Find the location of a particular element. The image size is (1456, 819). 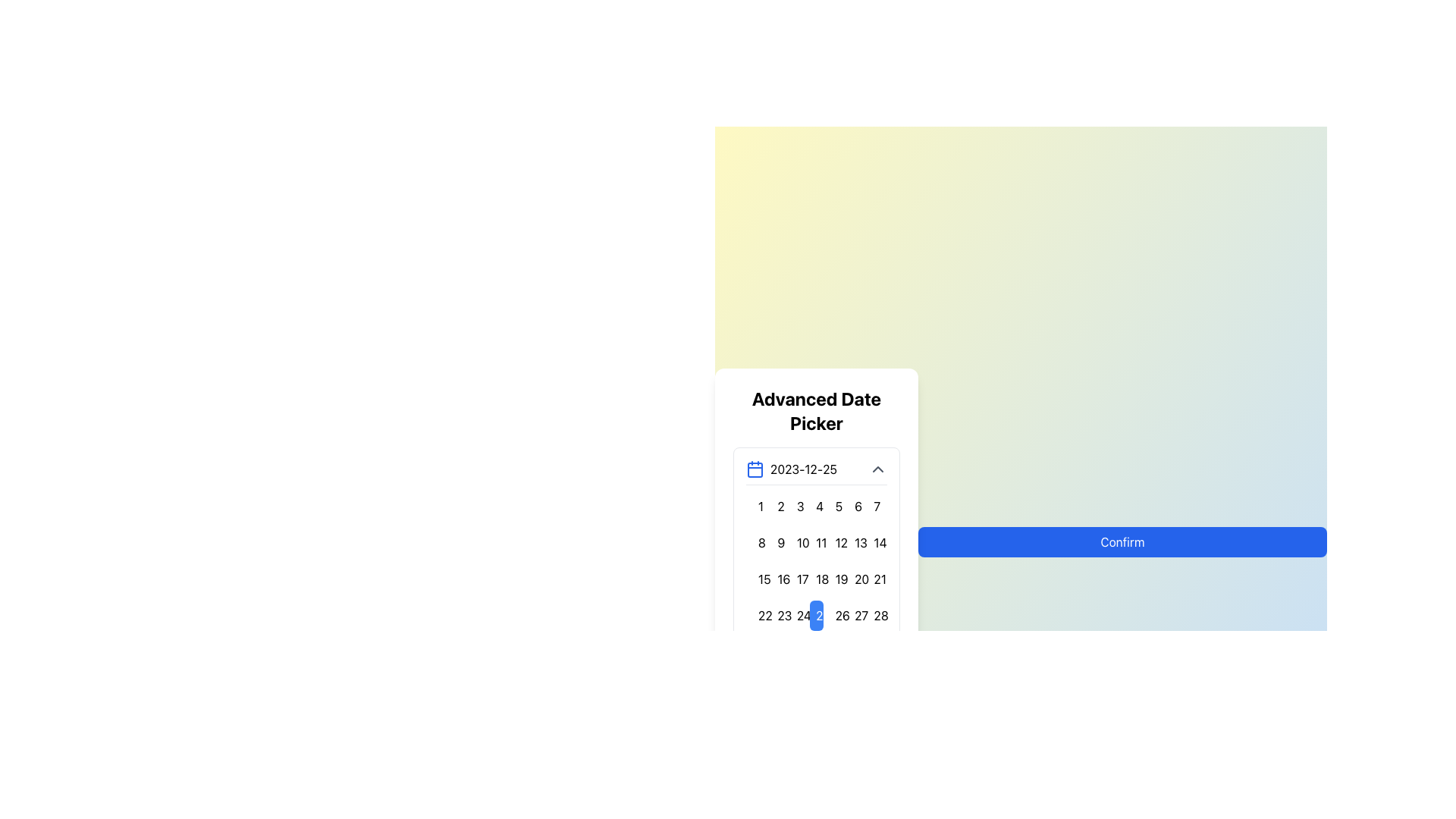

the button displaying the number '27' in a date picker is located at coordinates (855, 615).